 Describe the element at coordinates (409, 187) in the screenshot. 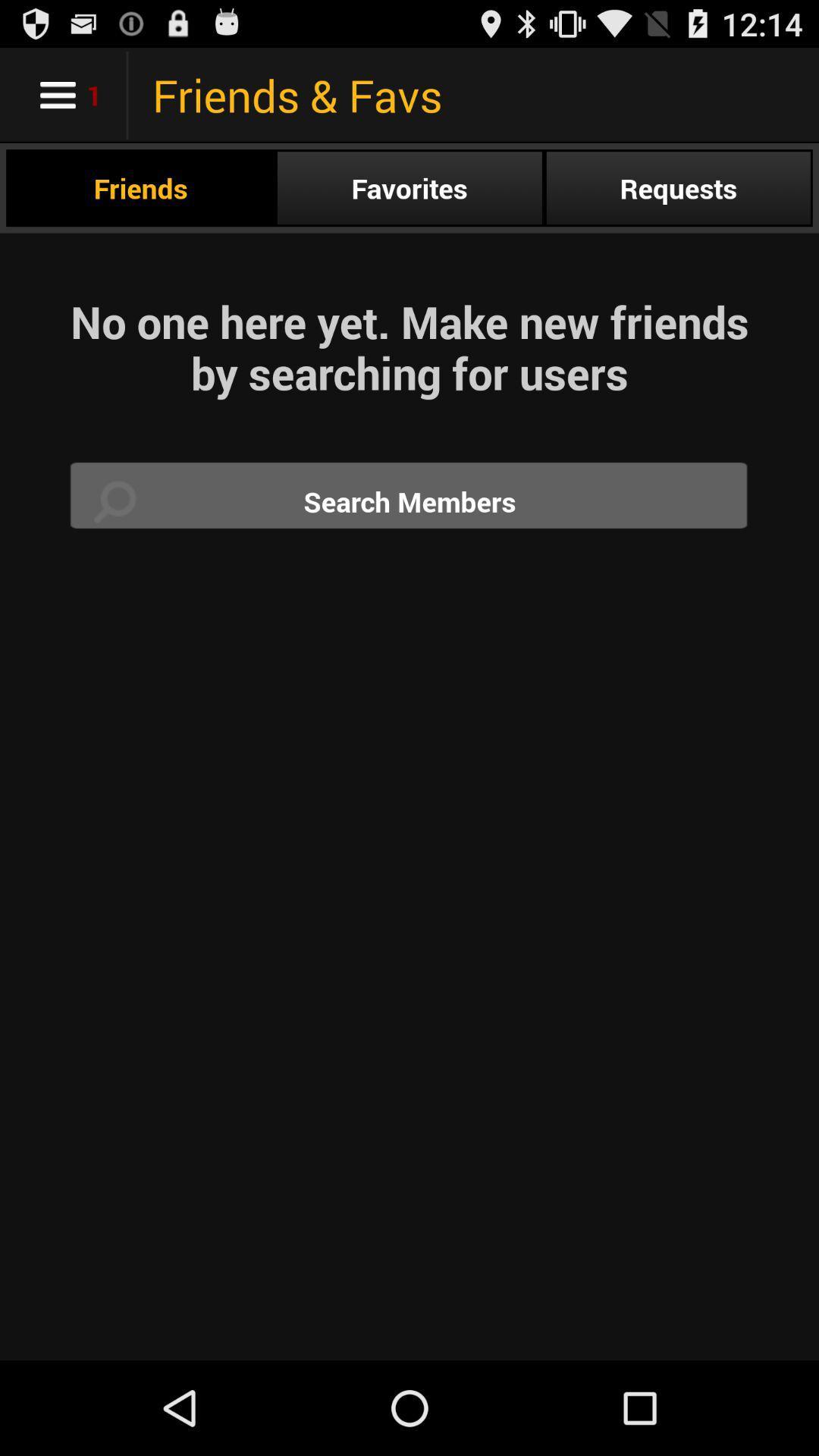

I see `the app below friends & favs icon` at that location.